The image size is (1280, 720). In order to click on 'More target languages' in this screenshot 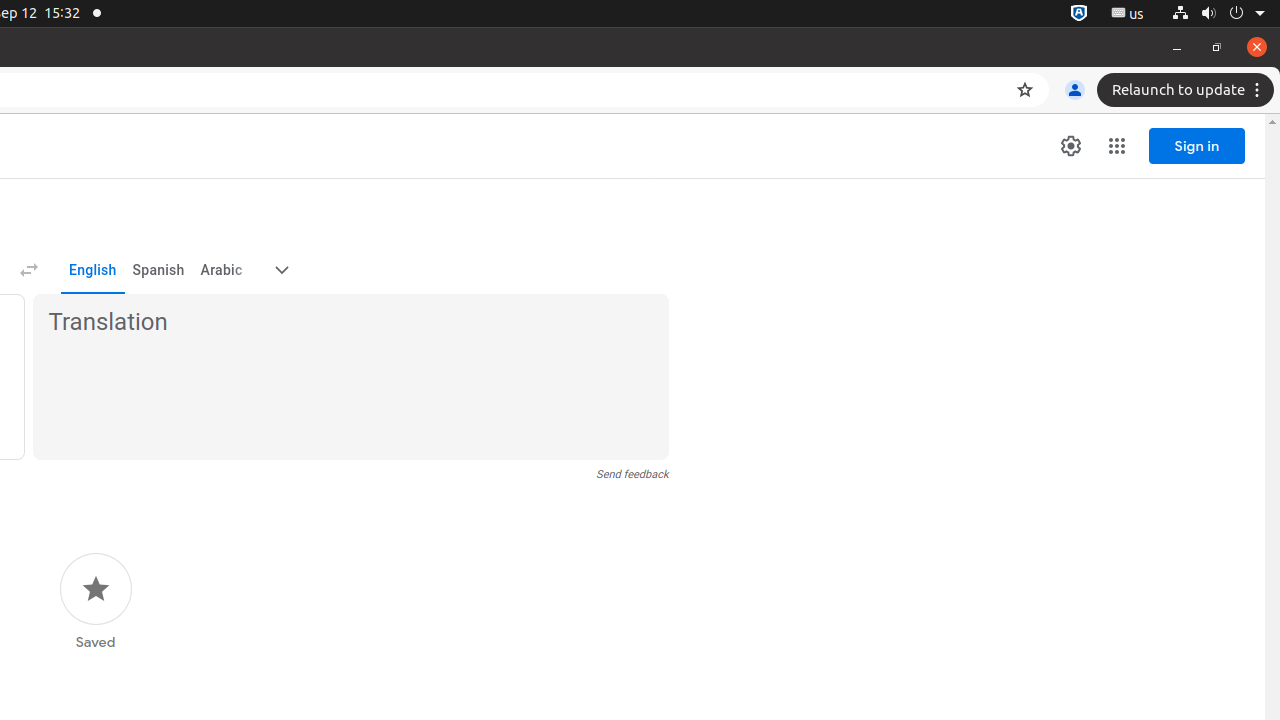, I will do `click(280, 270)`.